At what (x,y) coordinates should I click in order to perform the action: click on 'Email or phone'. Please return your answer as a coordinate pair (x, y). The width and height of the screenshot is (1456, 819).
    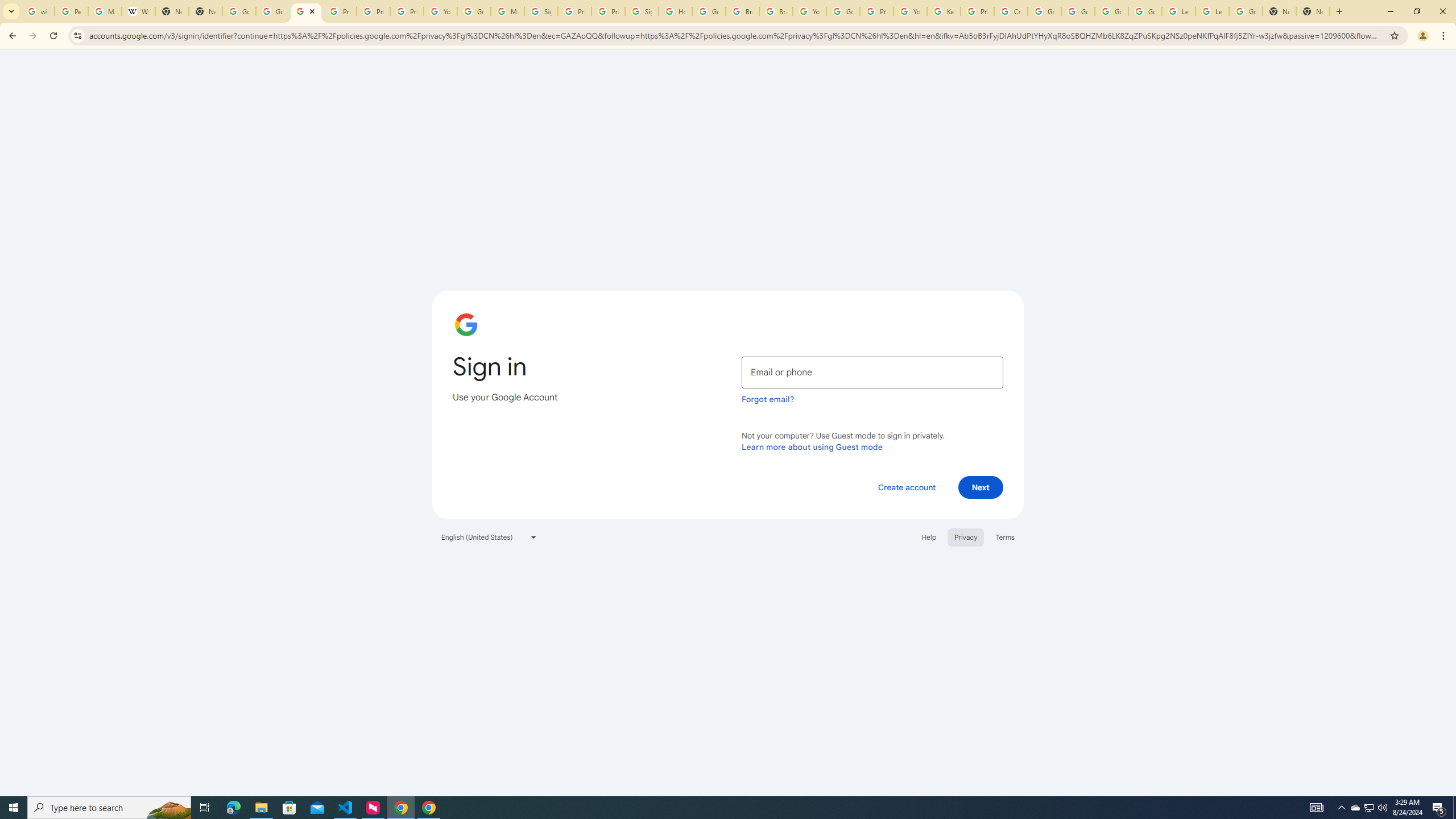
    Looking at the image, I should click on (872, 372).